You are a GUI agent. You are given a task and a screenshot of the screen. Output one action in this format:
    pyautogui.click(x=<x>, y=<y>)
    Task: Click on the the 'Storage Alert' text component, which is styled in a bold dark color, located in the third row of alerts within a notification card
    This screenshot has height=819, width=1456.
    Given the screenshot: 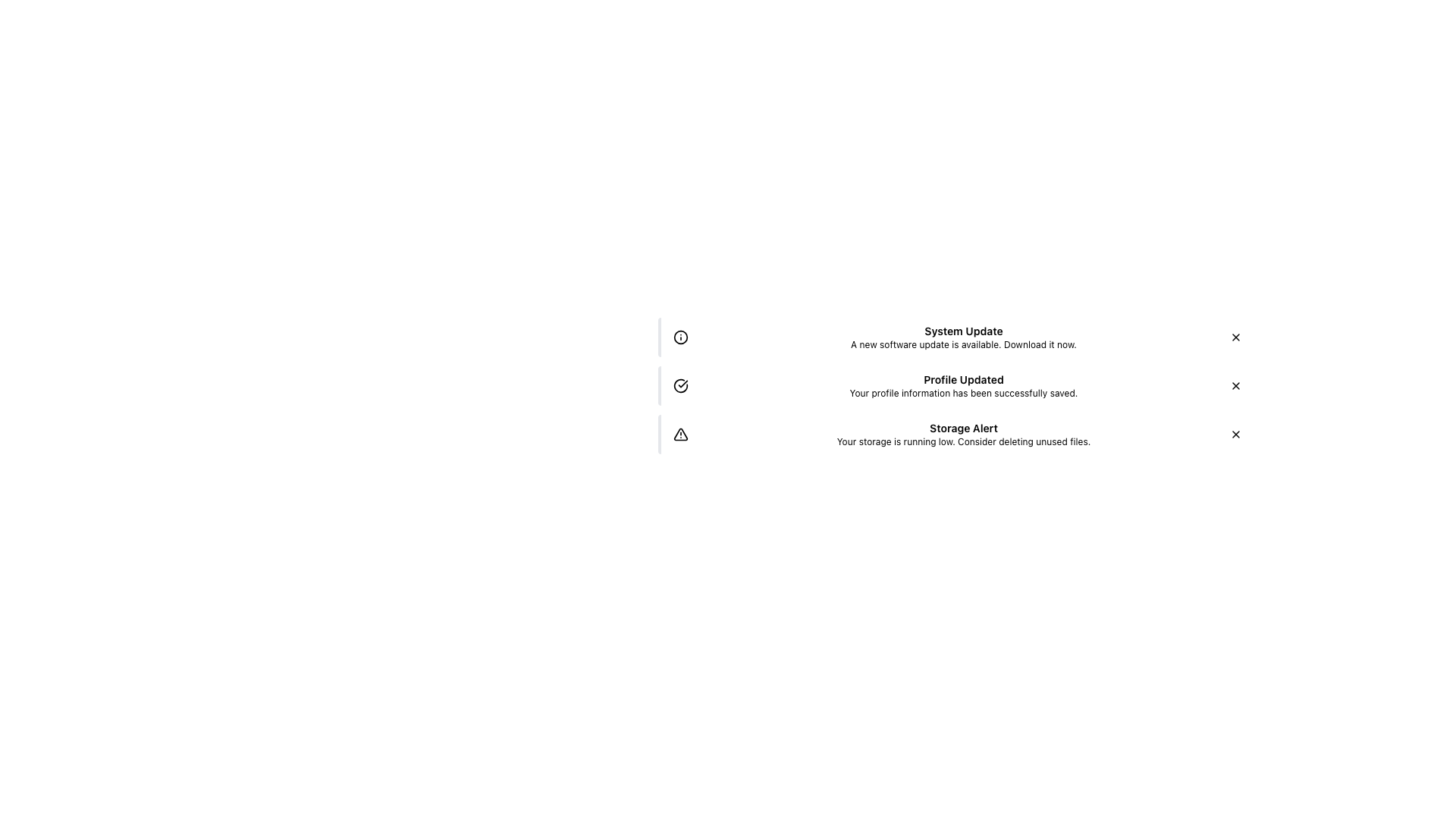 What is the action you would take?
    pyautogui.click(x=963, y=428)
    